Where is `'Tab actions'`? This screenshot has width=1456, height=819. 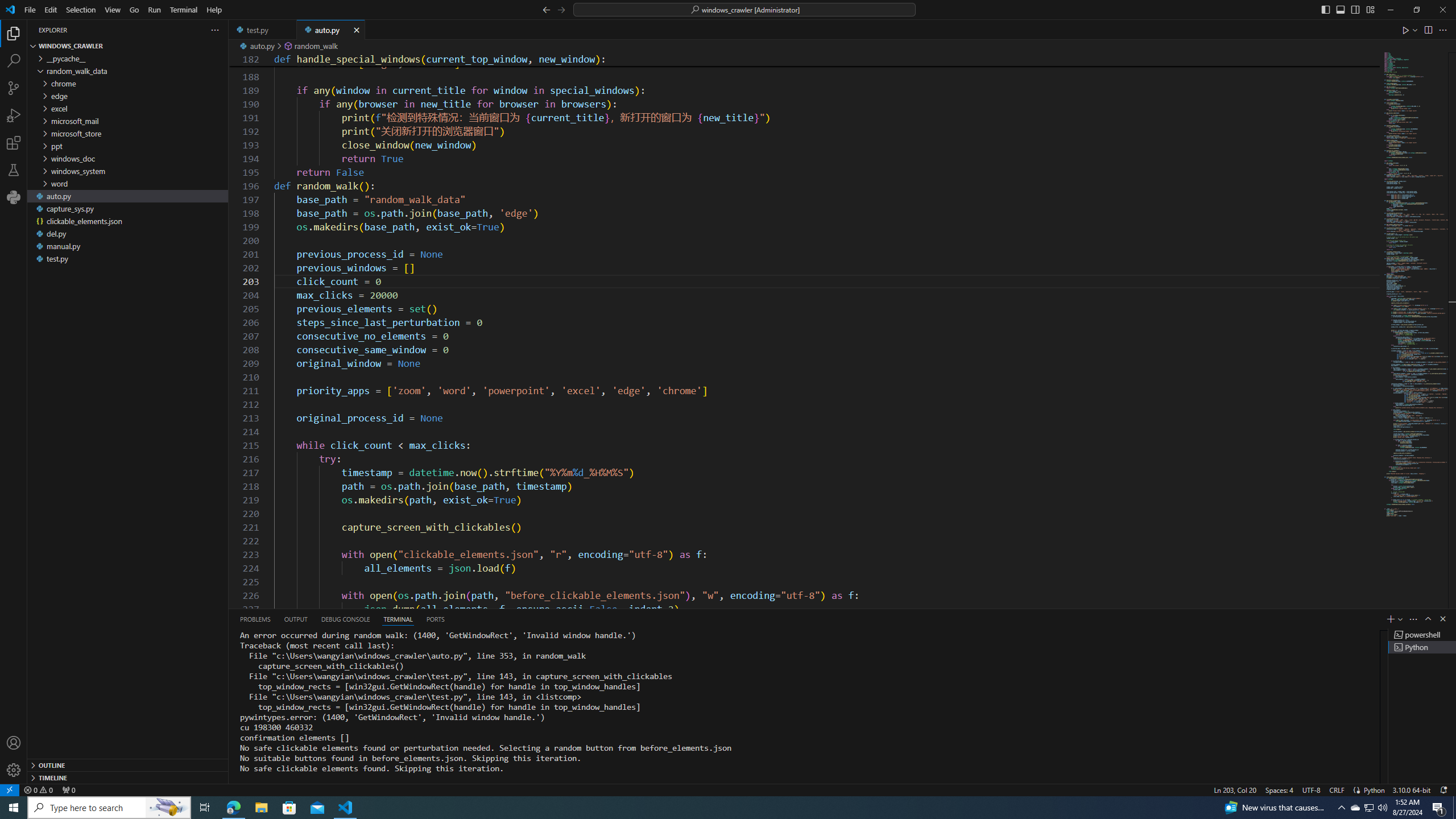
'Tab actions' is located at coordinates (355, 29).